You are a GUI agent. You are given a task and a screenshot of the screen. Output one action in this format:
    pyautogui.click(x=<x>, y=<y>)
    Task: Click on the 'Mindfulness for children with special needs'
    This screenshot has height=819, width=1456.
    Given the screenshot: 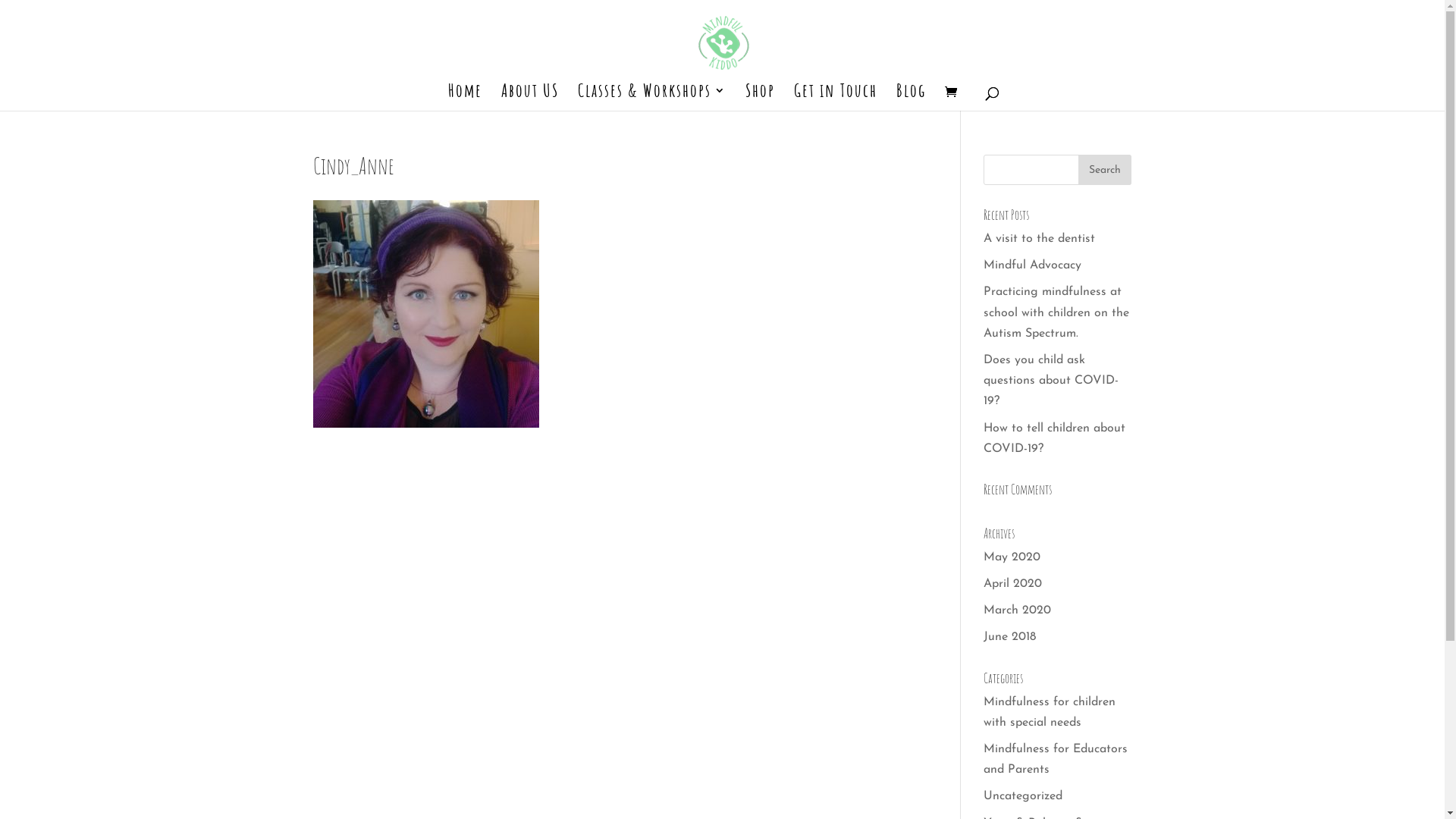 What is the action you would take?
    pyautogui.click(x=1048, y=712)
    